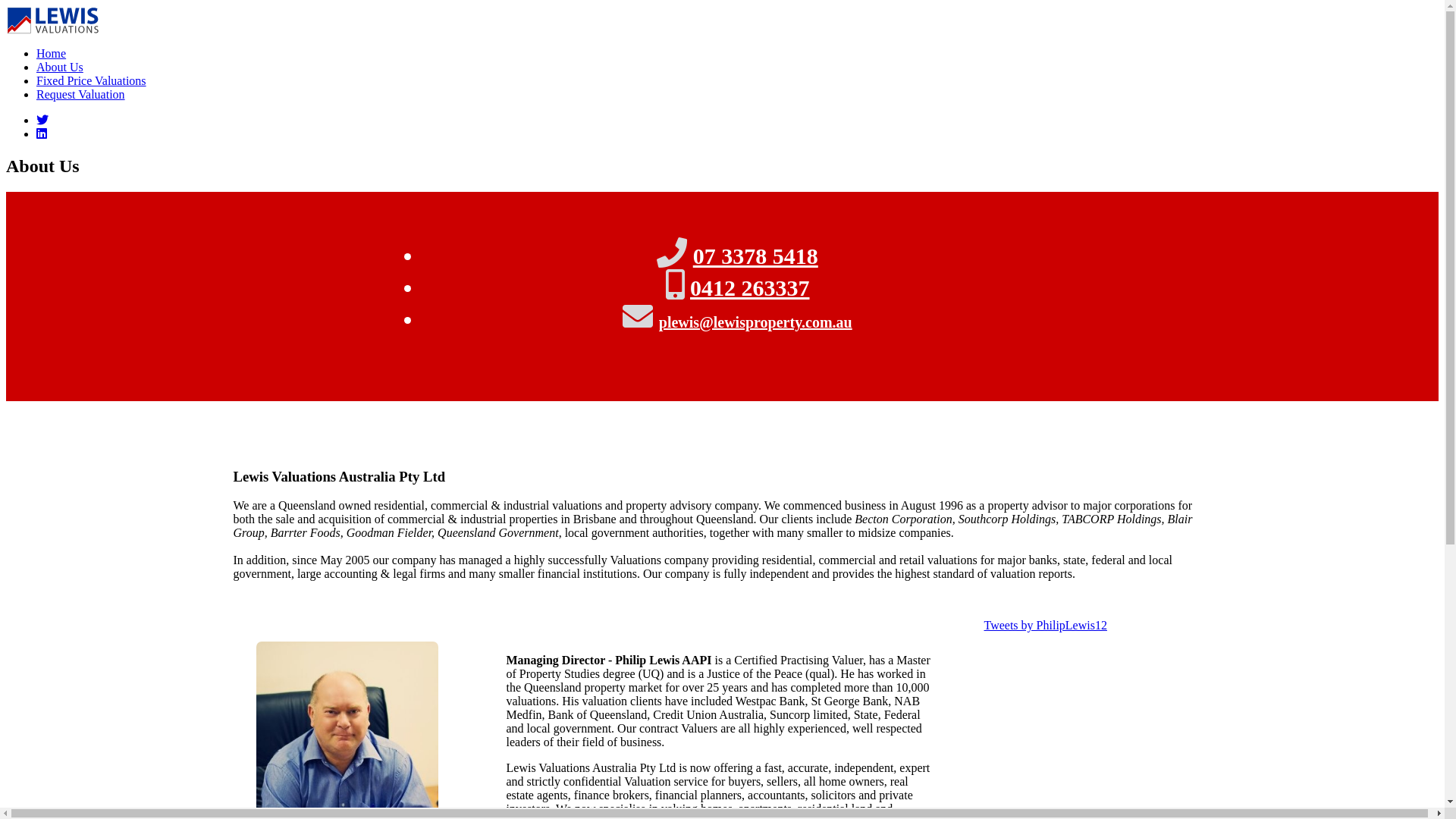  Describe the element at coordinates (51, 52) in the screenshot. I see `'Home'` at that location.